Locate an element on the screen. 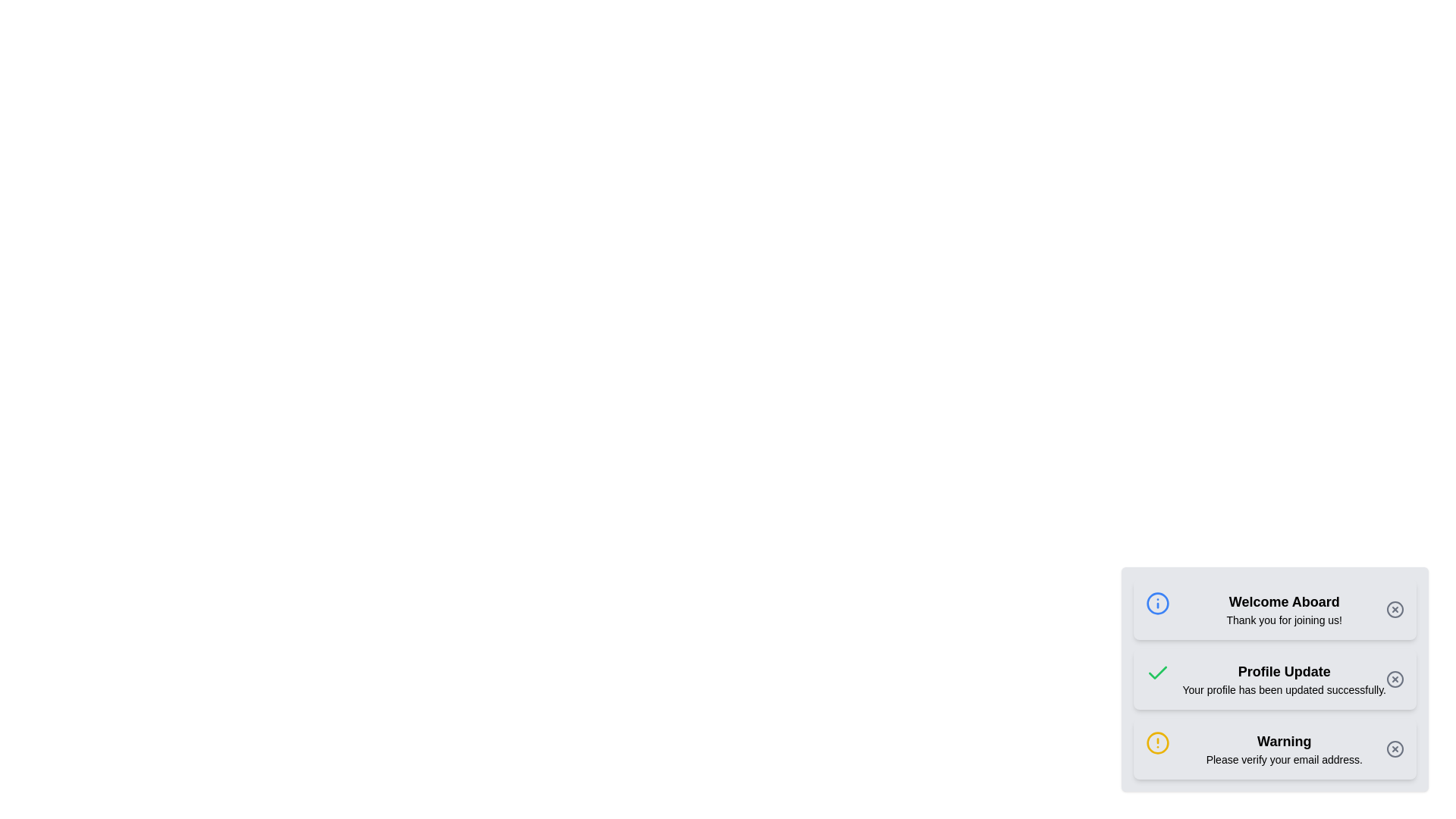 The image size is (1456, 819). the circular 'X' button located on the right side of the 'Warning' notification box is located at coordinates (1395, 748).